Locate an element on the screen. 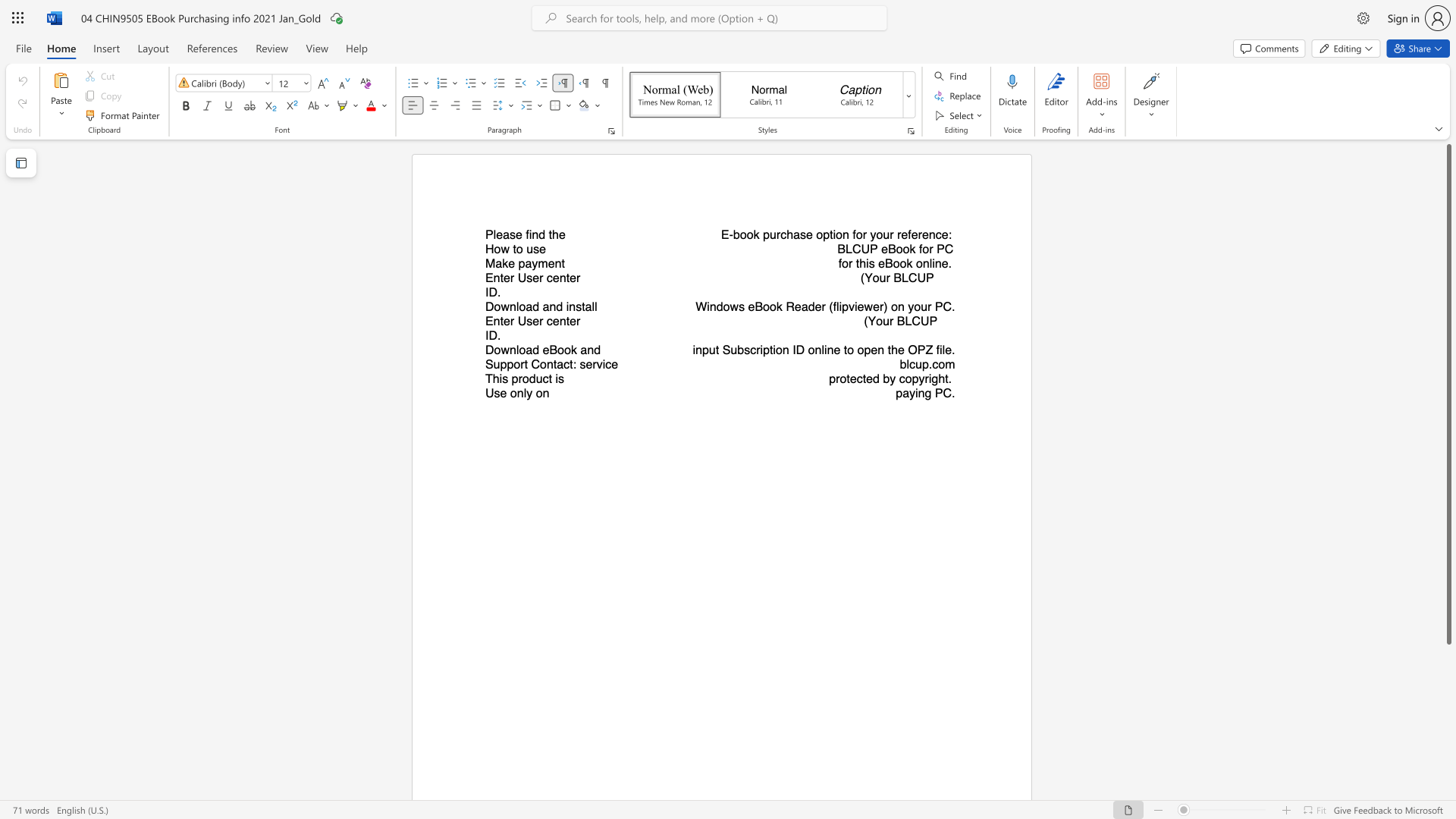 This screenshot has width=1456, height=819. the subset text "aying PC" within the text "paying PC." is located at coordinates (902, 392).